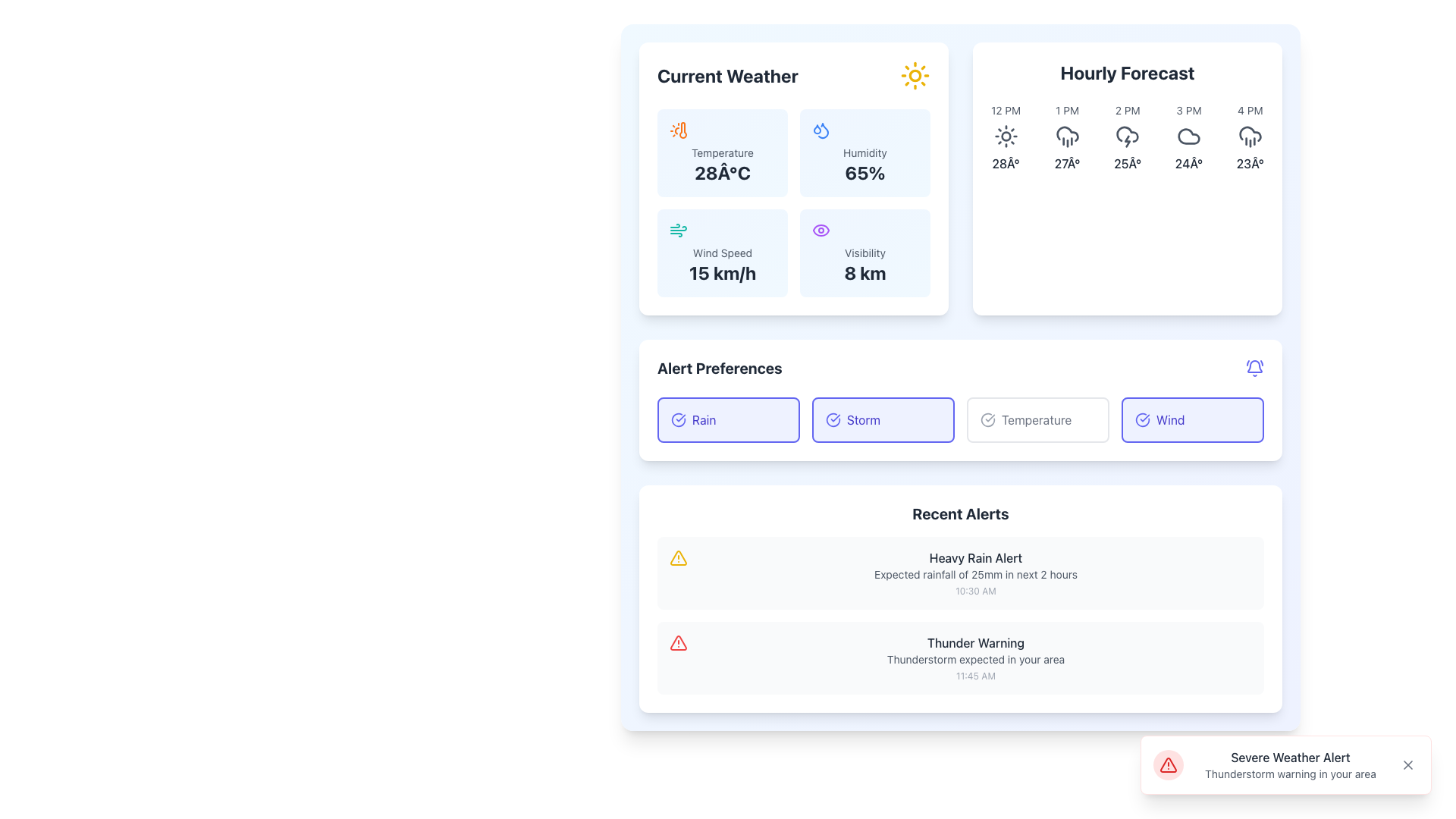 The image size is (1456, 819). I want to click on the button within the 'Alert Preferences' section, so click(960, 400).